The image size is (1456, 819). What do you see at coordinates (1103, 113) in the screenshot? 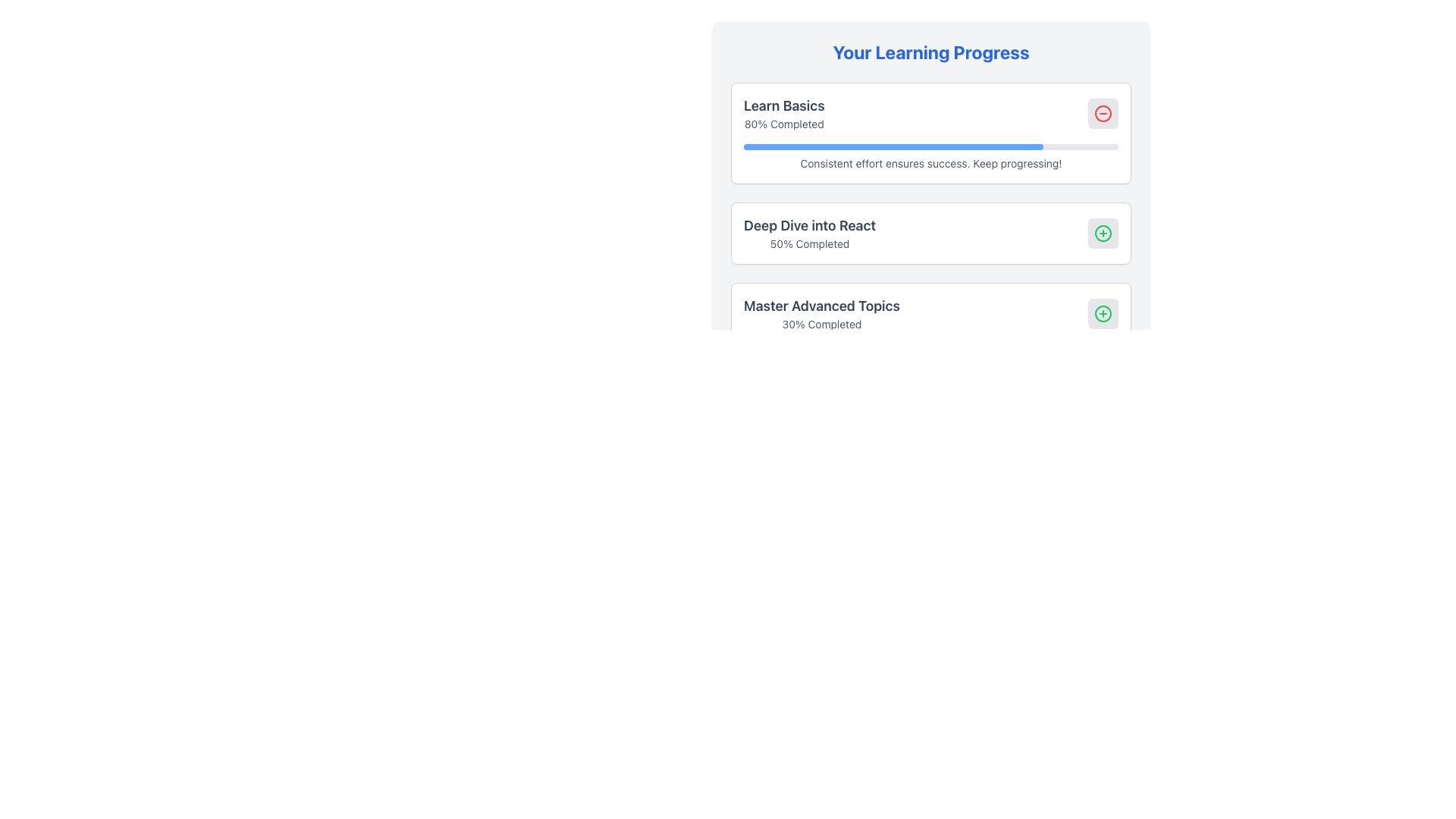
I see `the SVG circle component representing the 'Remove' or 'Minus' icon in the upper right corner of the 'Learn Basics' section` at bounding box center [1103, 113].